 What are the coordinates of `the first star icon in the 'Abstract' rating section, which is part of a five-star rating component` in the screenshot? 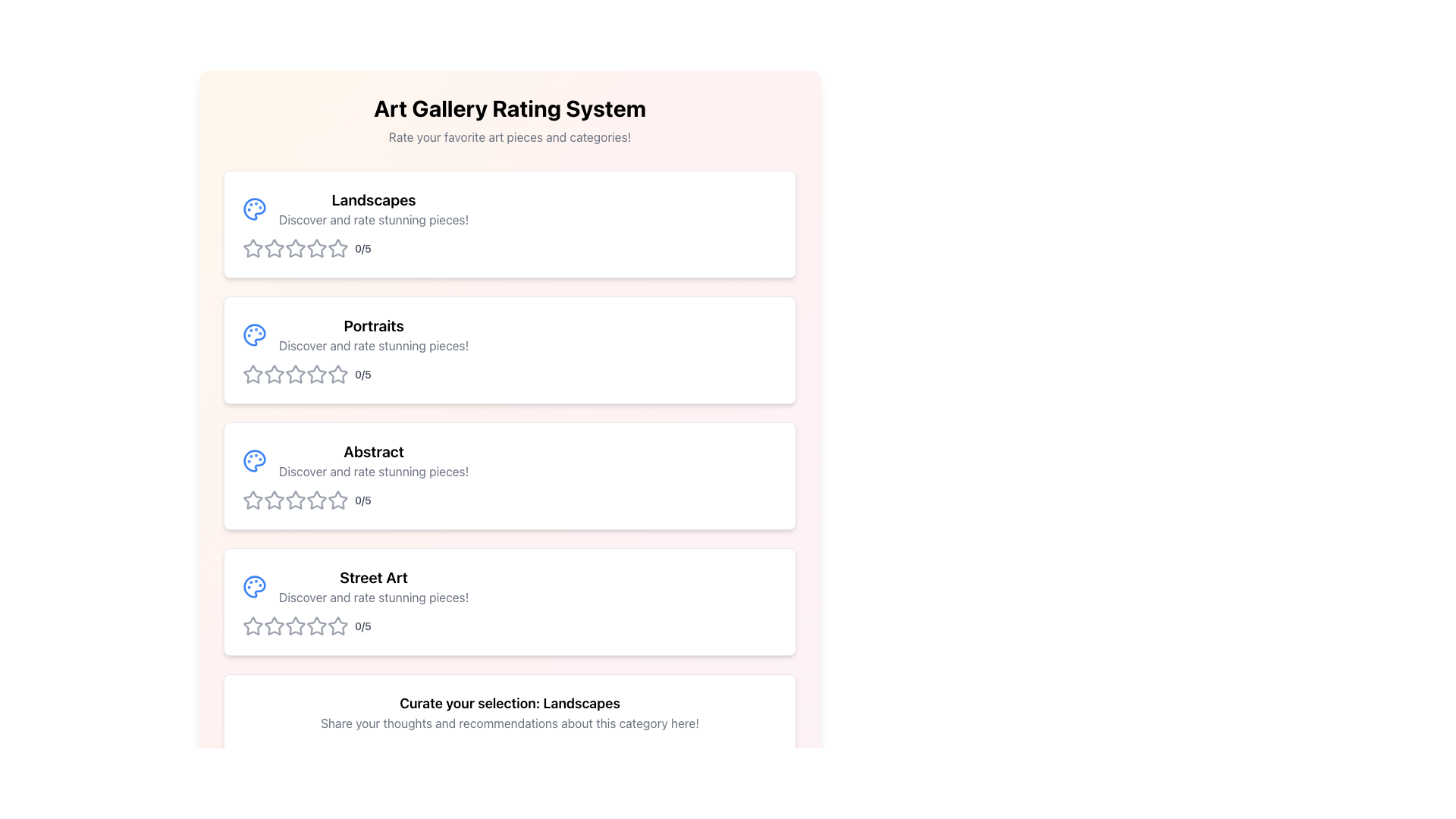 It's located at (253, 500).